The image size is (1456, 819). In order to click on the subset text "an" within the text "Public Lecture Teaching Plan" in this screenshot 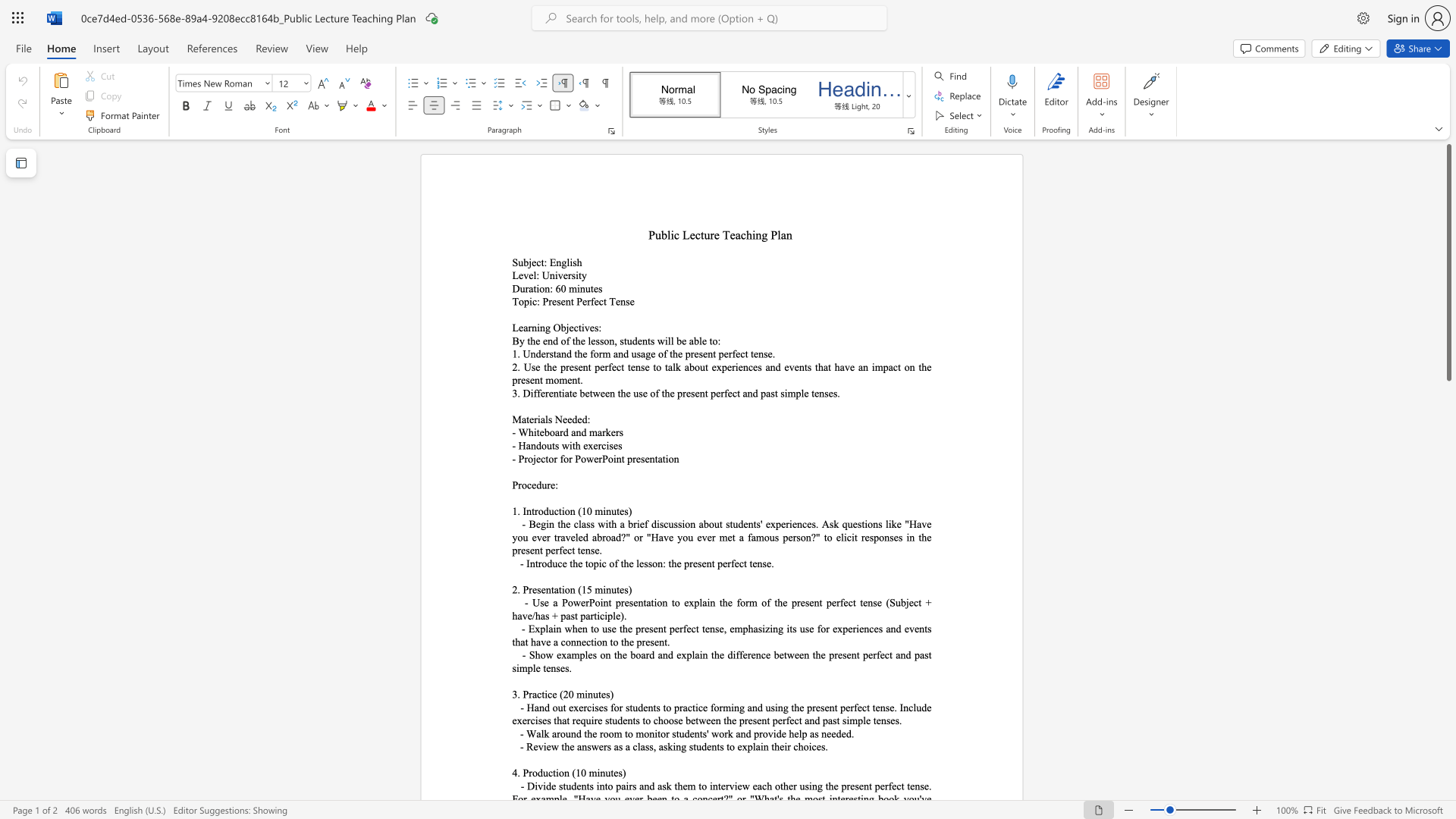, I will do `click(780, 234)`.